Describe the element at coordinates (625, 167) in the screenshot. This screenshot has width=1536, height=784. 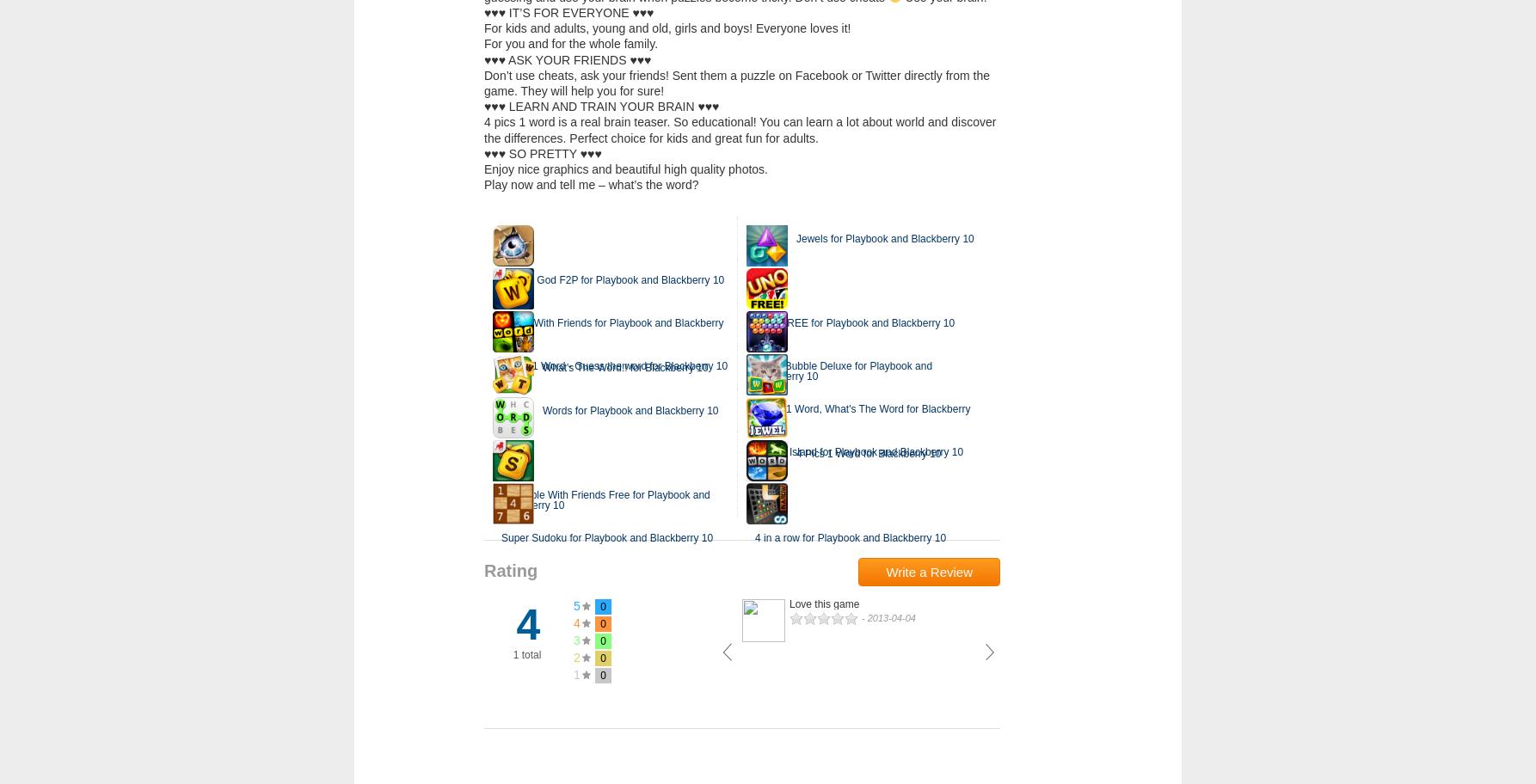
I see `'Enjoy nice graphics and beautiful high quality photos.'` at that location.